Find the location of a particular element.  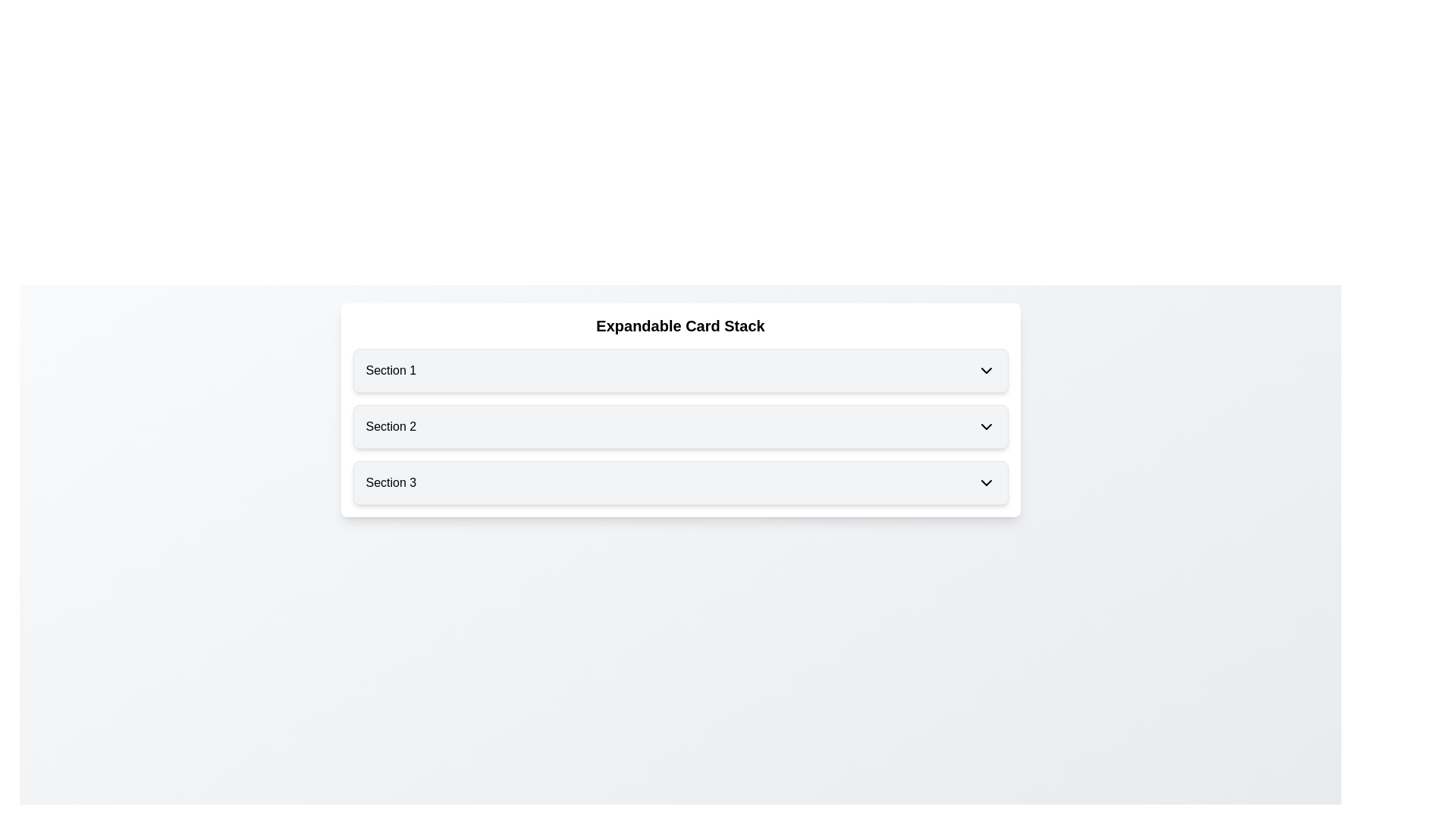

the chevron icon located to the far right of the 'Section 2' button is located at coordinates (986, 427).